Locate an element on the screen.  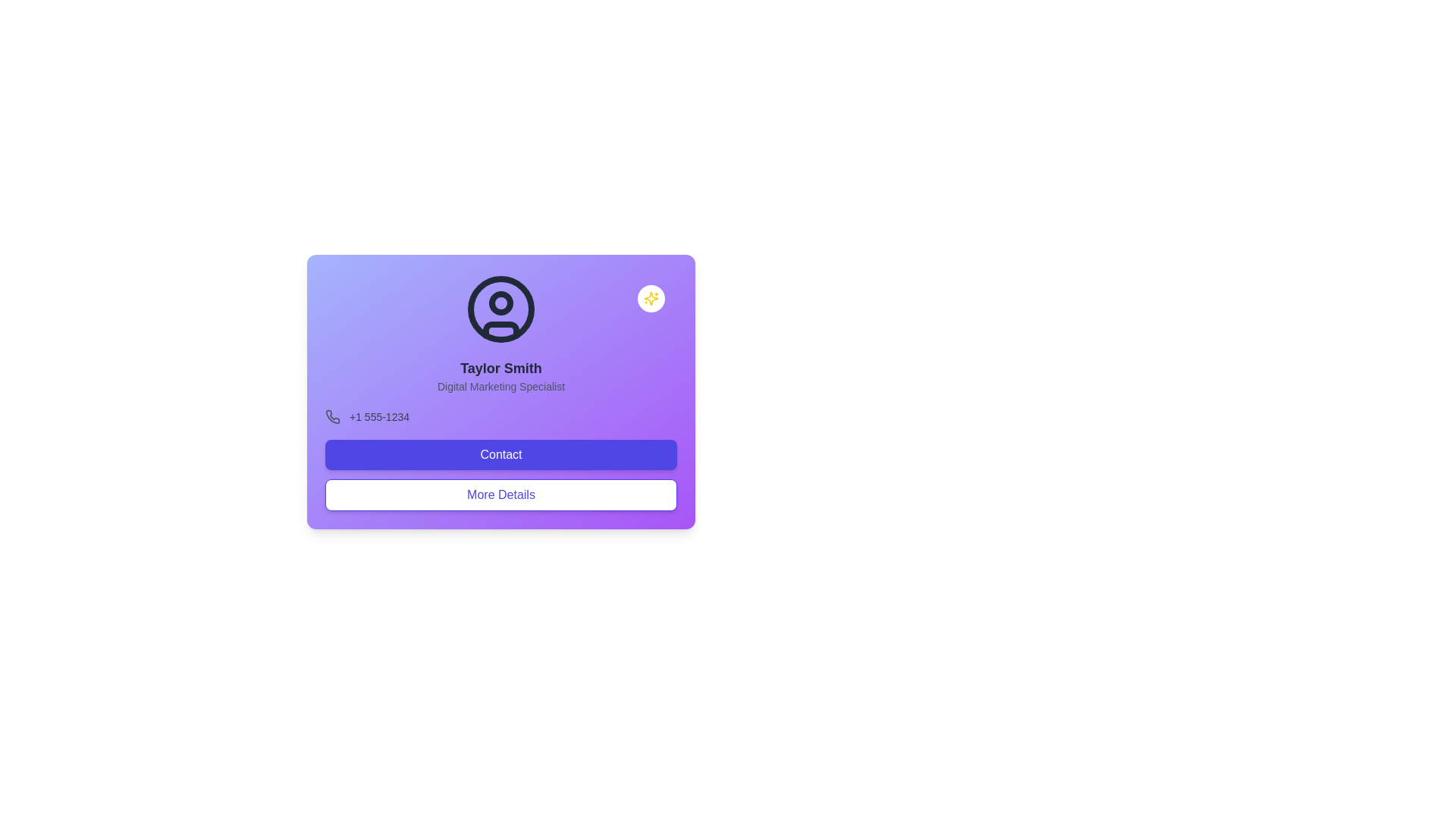
the phone icon with a gray tone on a light purple background, positioned next to the text '+1 555-1234' is located at coordinates (331, 417).